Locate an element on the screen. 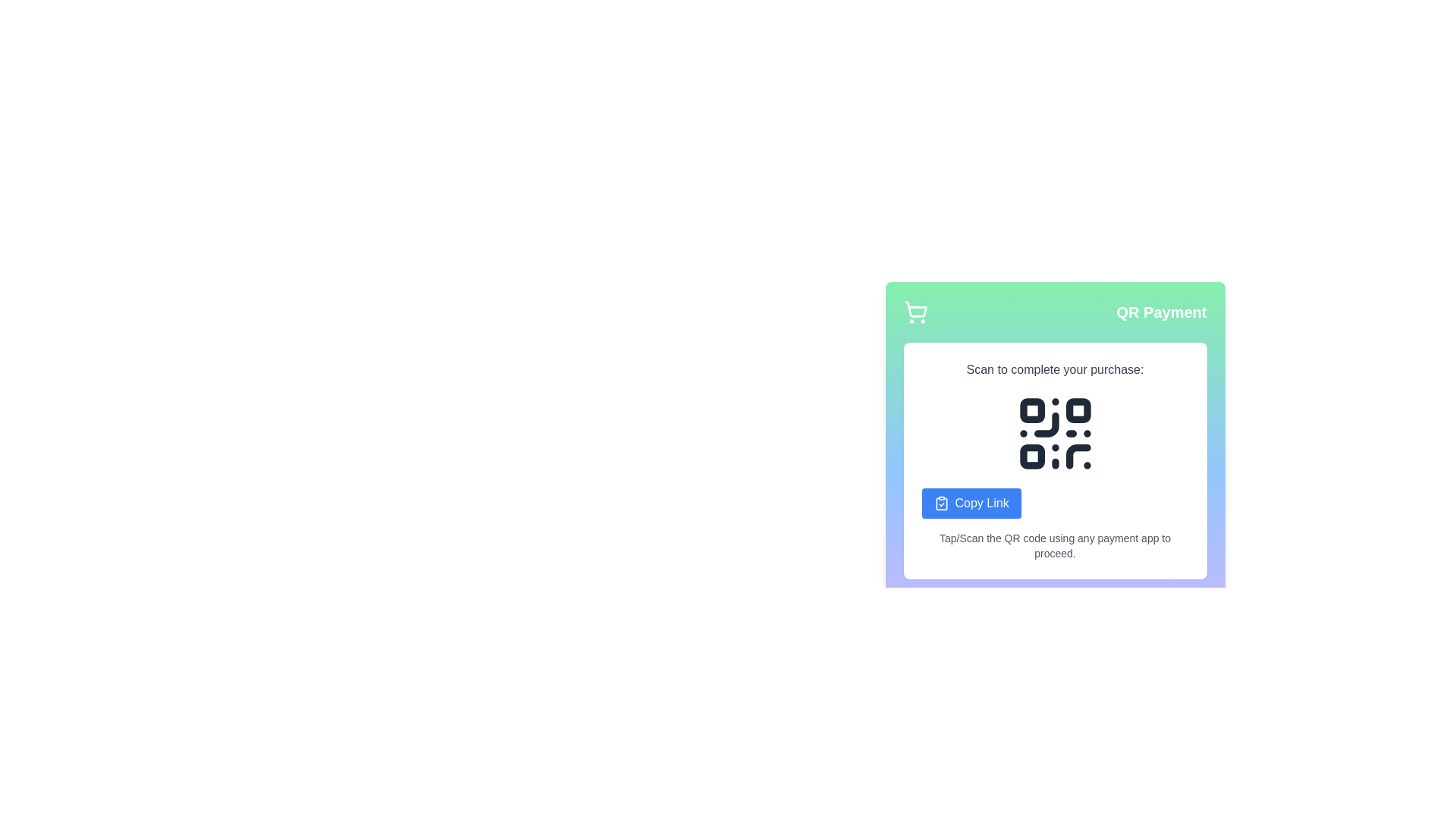 This screenshot has height=819, width=1456. the small square located in the bottom segment of the top-right dot structure in the QR code, which is the second box among the grouped elements is located at coordinates (1077, 410).